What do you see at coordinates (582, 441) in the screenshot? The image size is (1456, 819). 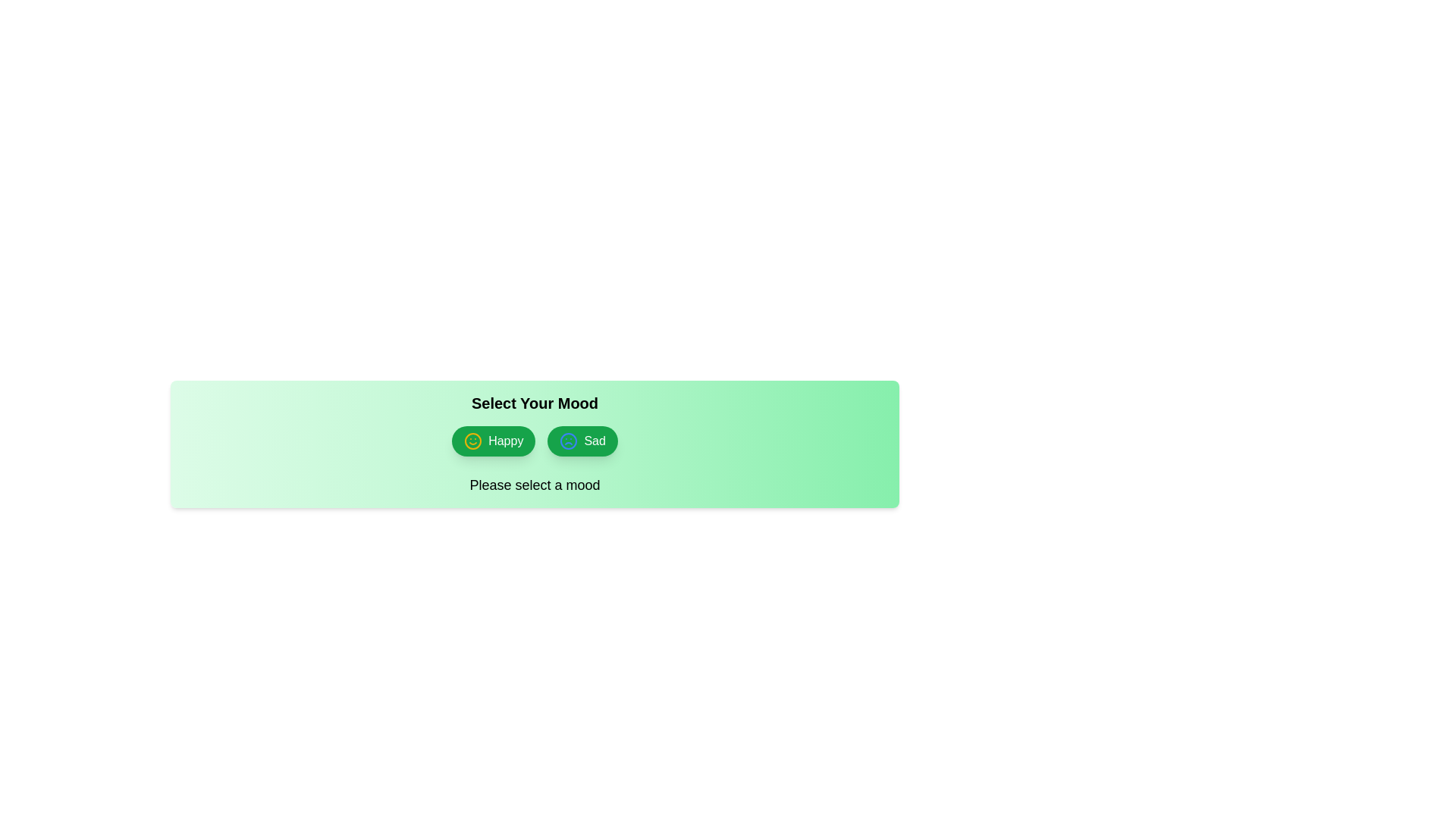 I see `the mood button corresponding to Sad` at bounding box center [582, 441].